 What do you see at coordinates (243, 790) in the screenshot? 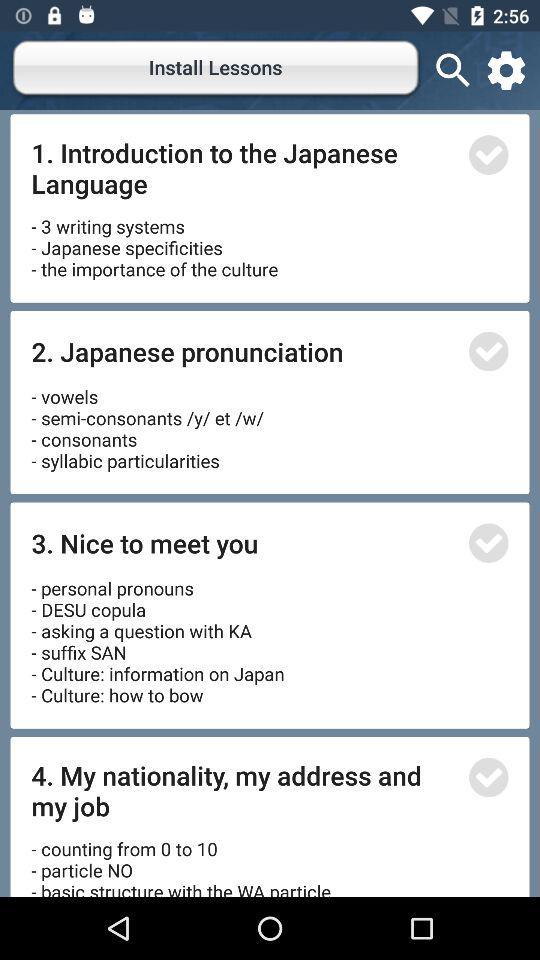
I see `the item below the personal pronouns desu` at bounding box center [243, 790].